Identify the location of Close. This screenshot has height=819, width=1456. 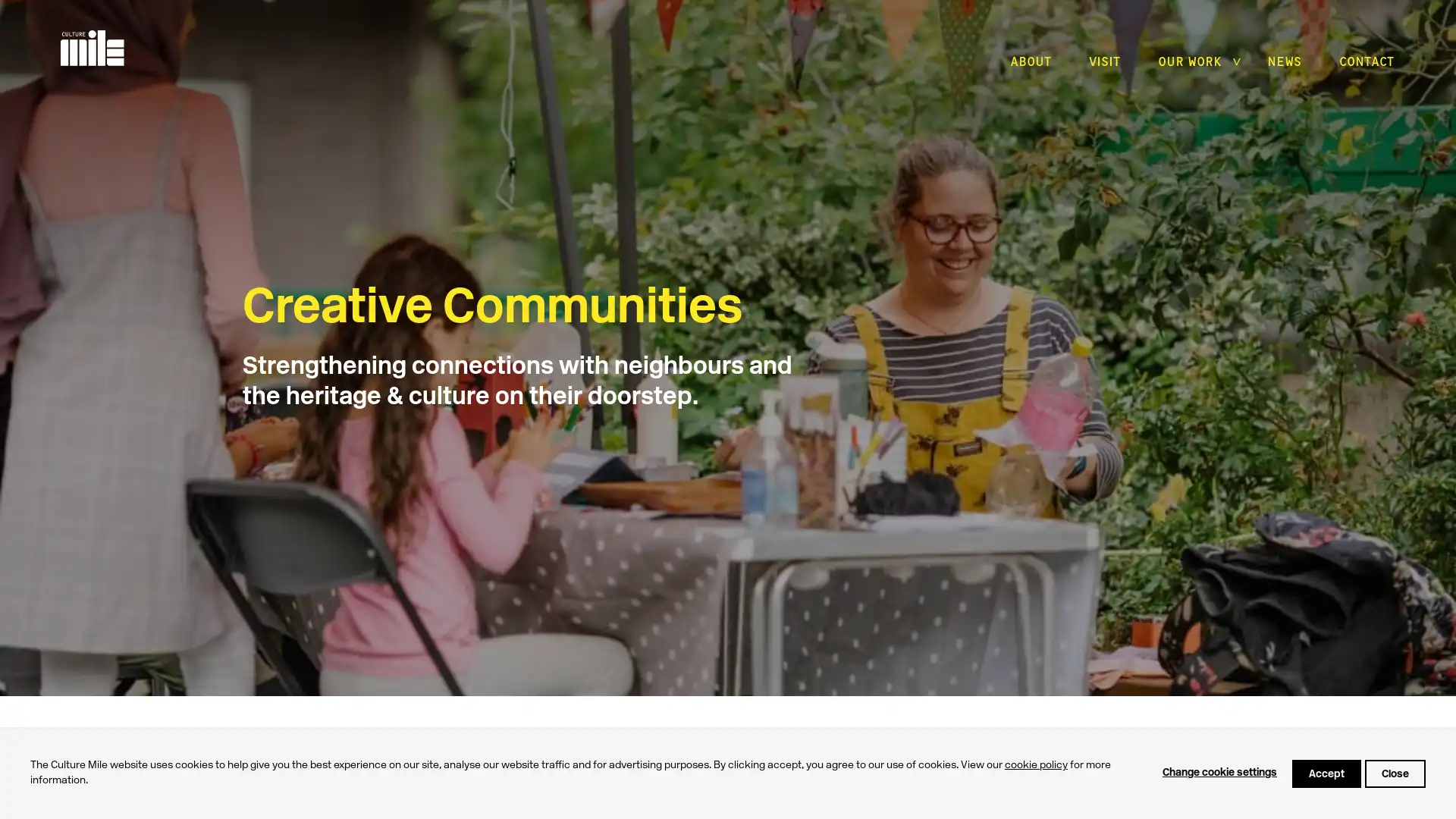
(1395, 773).